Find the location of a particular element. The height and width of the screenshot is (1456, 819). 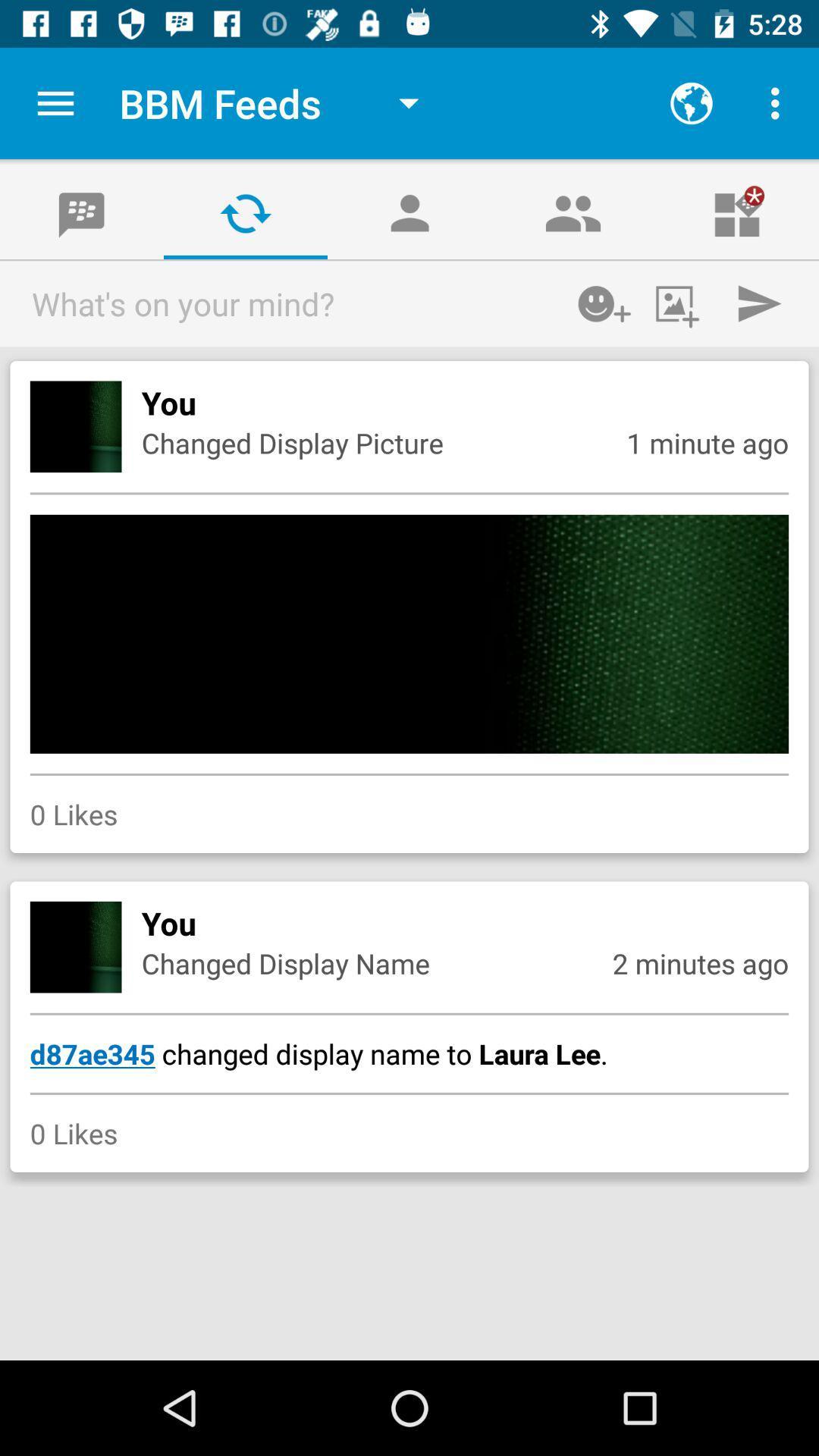

the avatar icon is located at coordinates (409, 212).